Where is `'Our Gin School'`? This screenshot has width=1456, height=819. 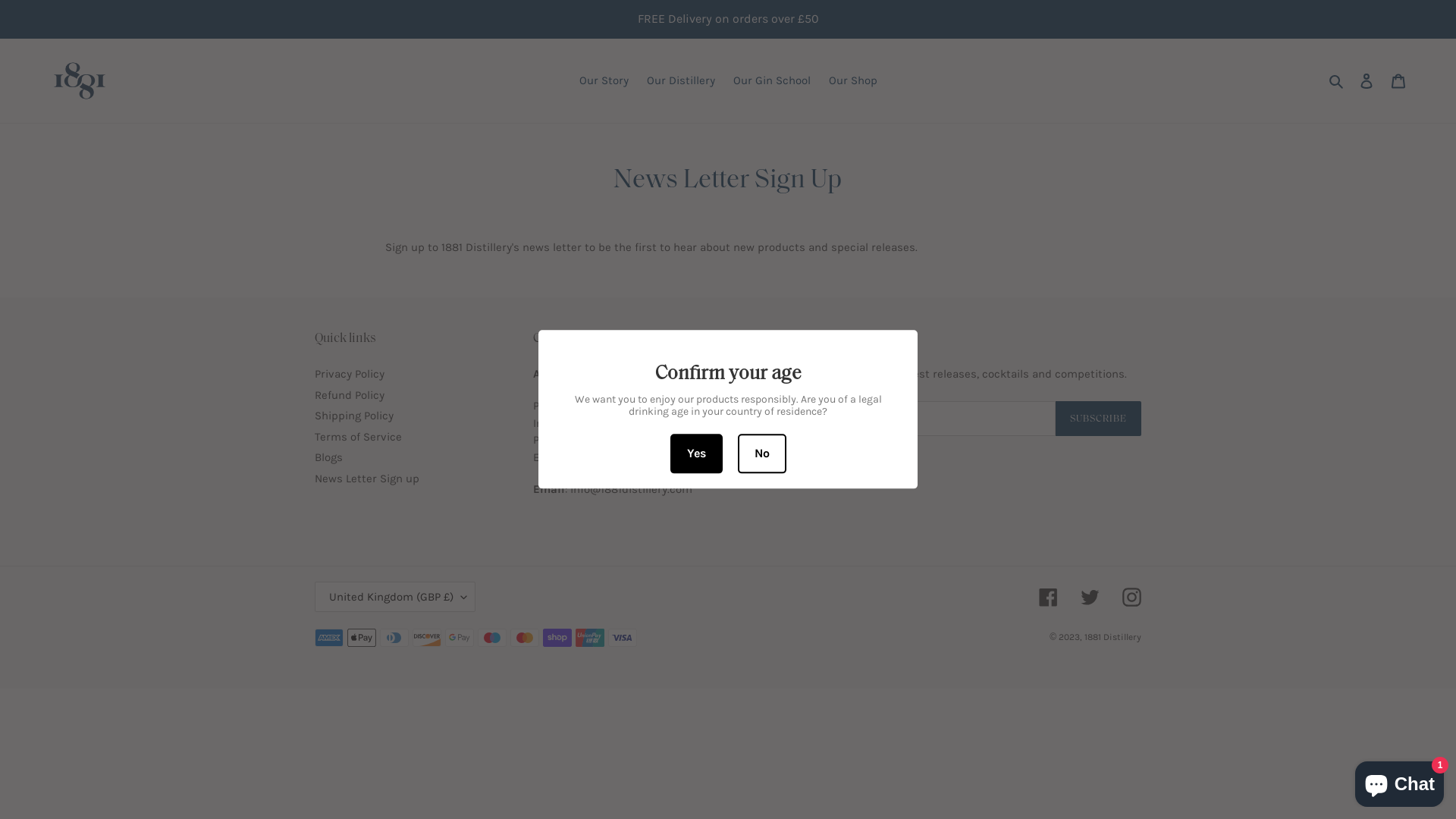 'Our Gin School' is located at coordinates (771, 80).